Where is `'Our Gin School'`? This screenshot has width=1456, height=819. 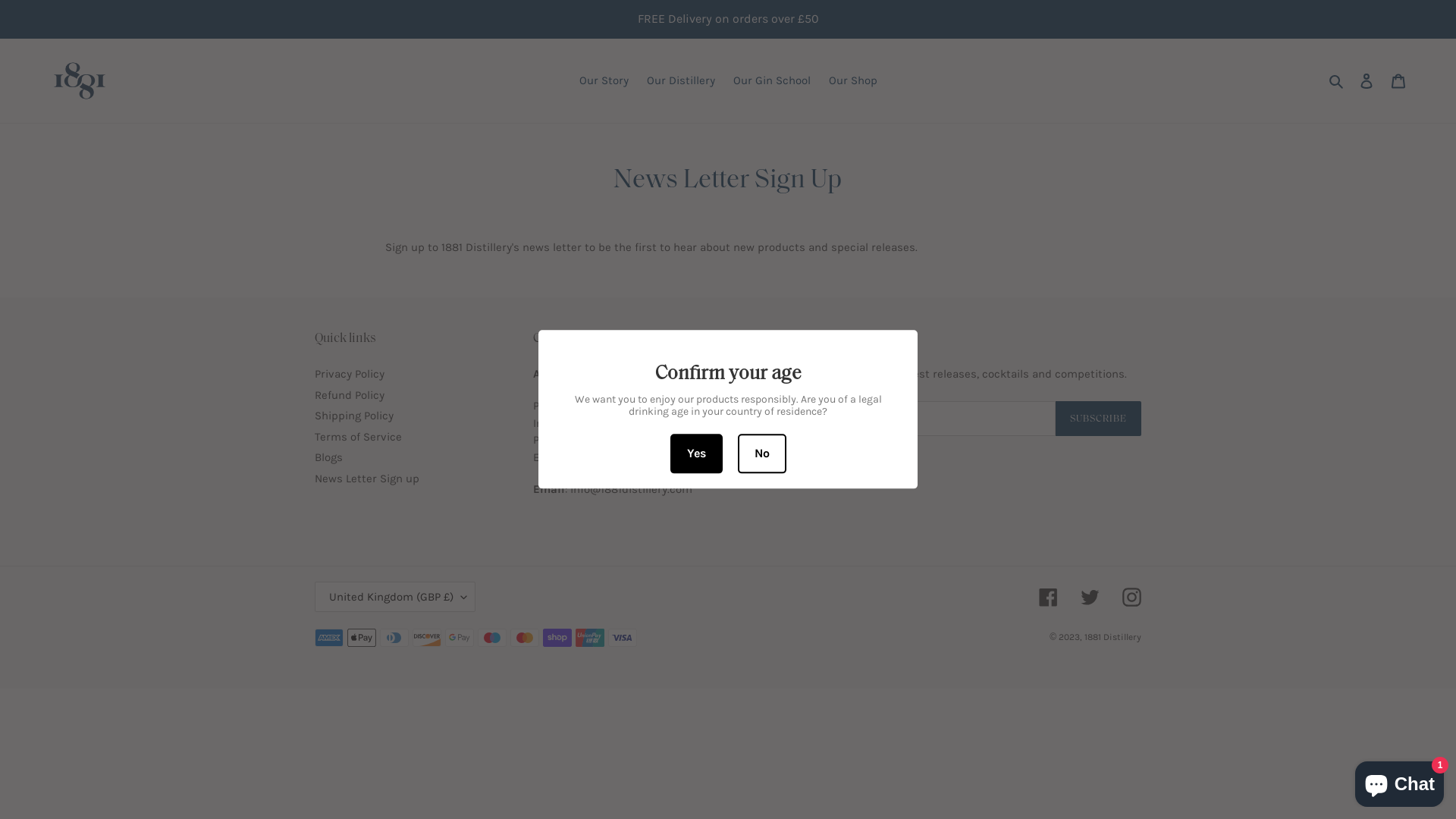 'Our Gin School' is located at coordinates (771, 80).